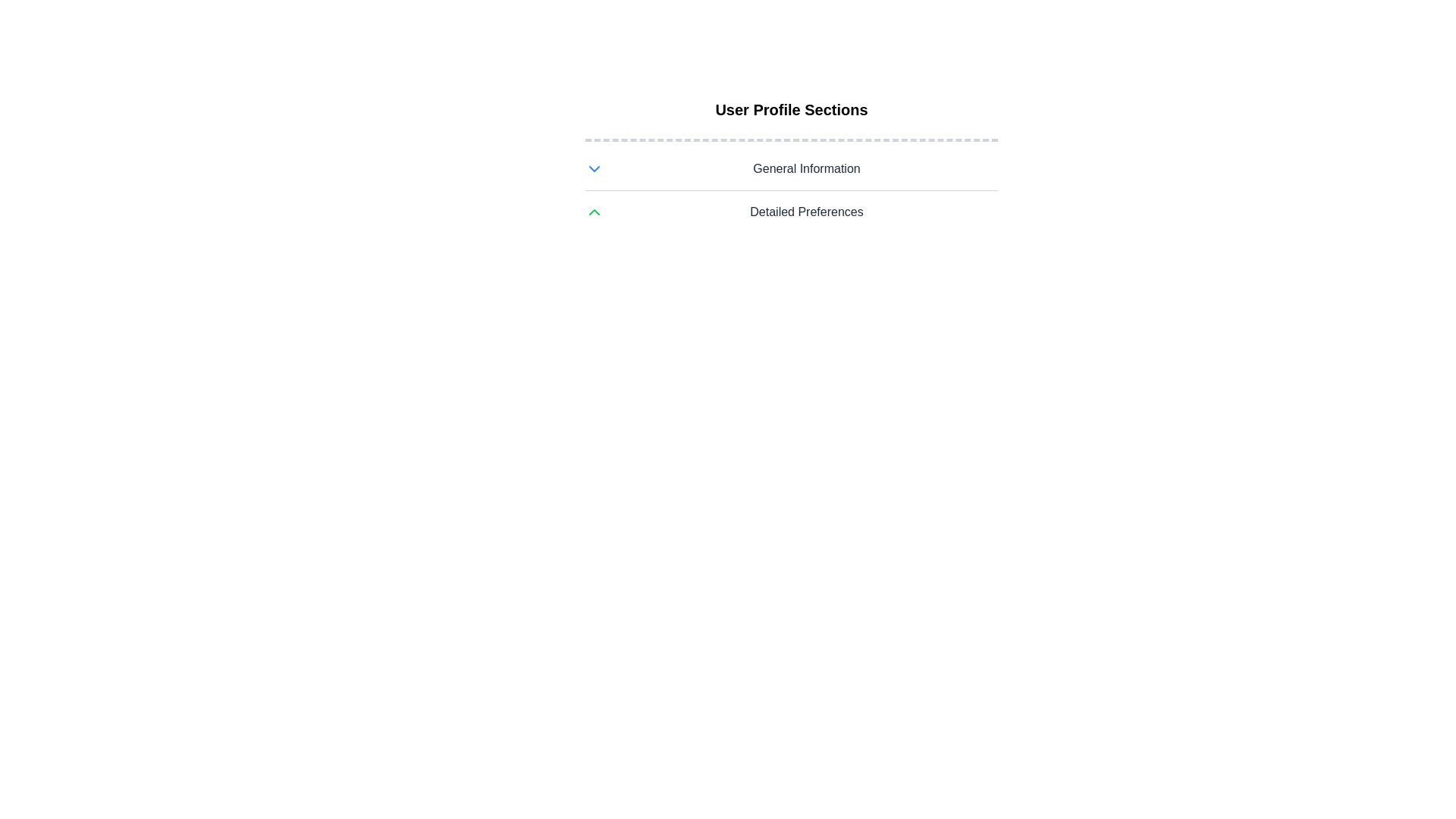 The height and width of the screenshot is (819, 1456). Describe the element at coordinates (593, 169) in the screenshot. I see `the blue chevron-down icon` at that location.